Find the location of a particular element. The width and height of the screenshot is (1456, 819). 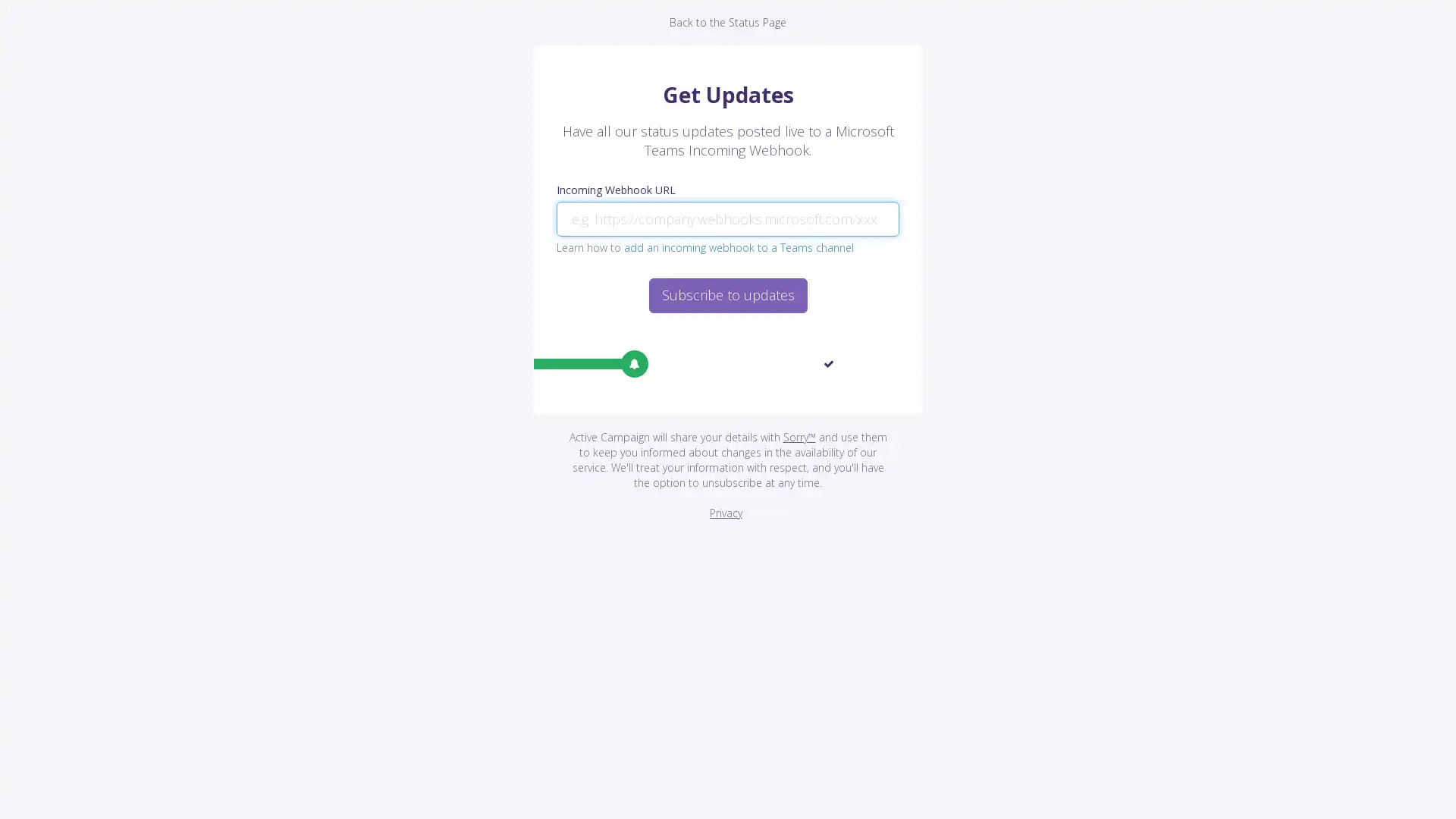

Subscribe to updates is located at coordinates (726, 295).